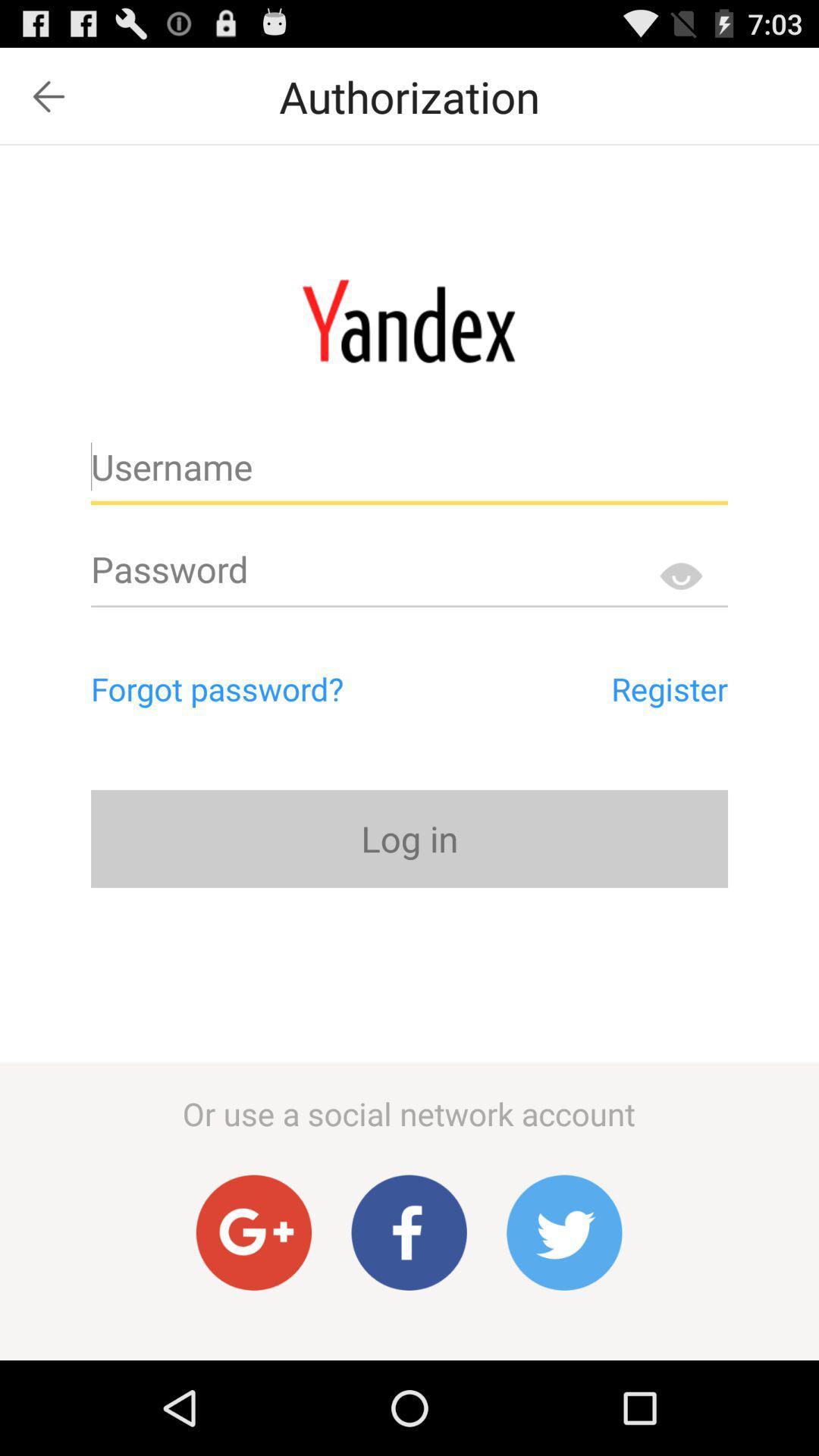  I want to click on this field is for entering your username, so click(409, 472).